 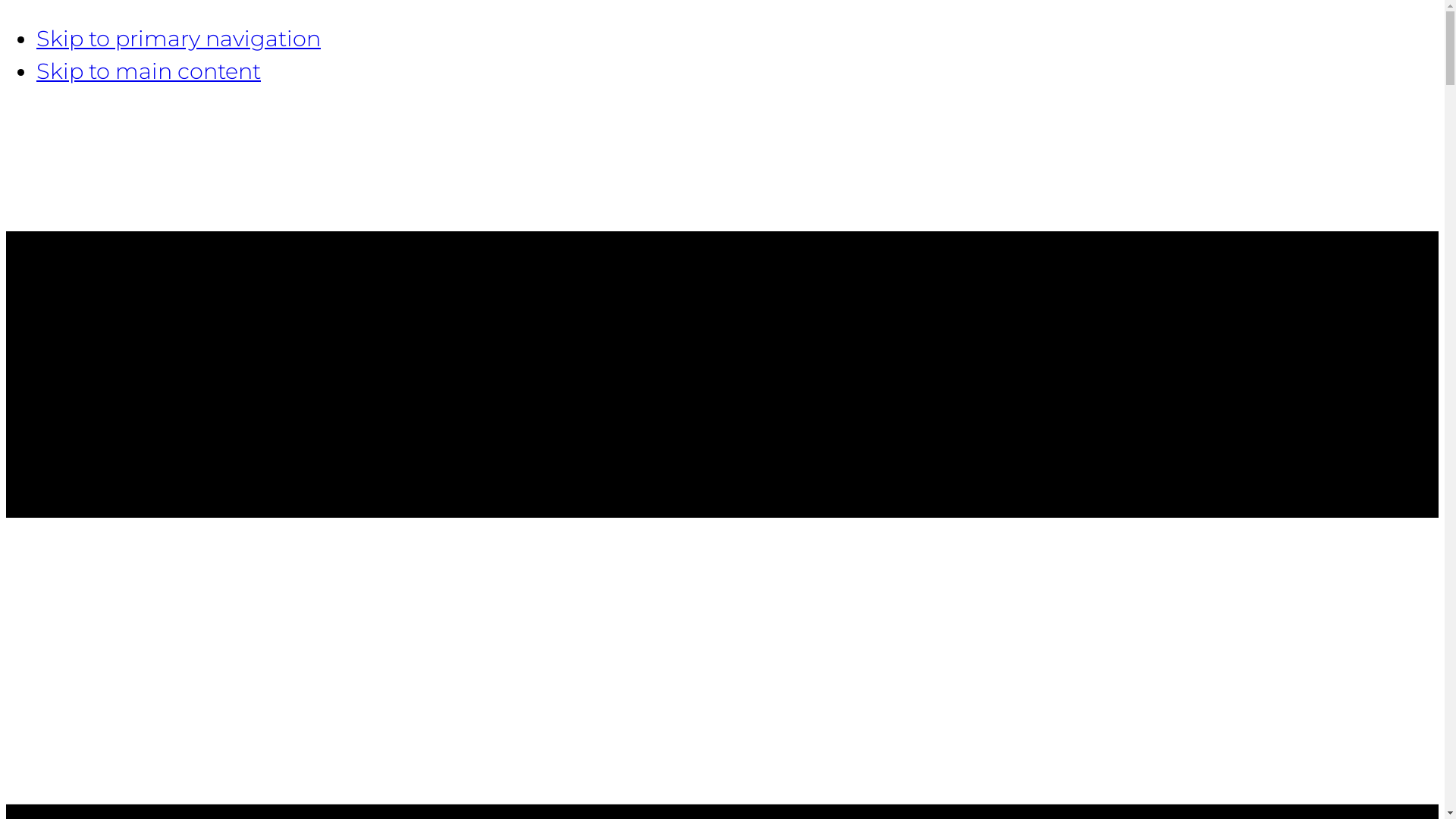 I want to click on 'Skip to main content', so click(x=149, y=71).